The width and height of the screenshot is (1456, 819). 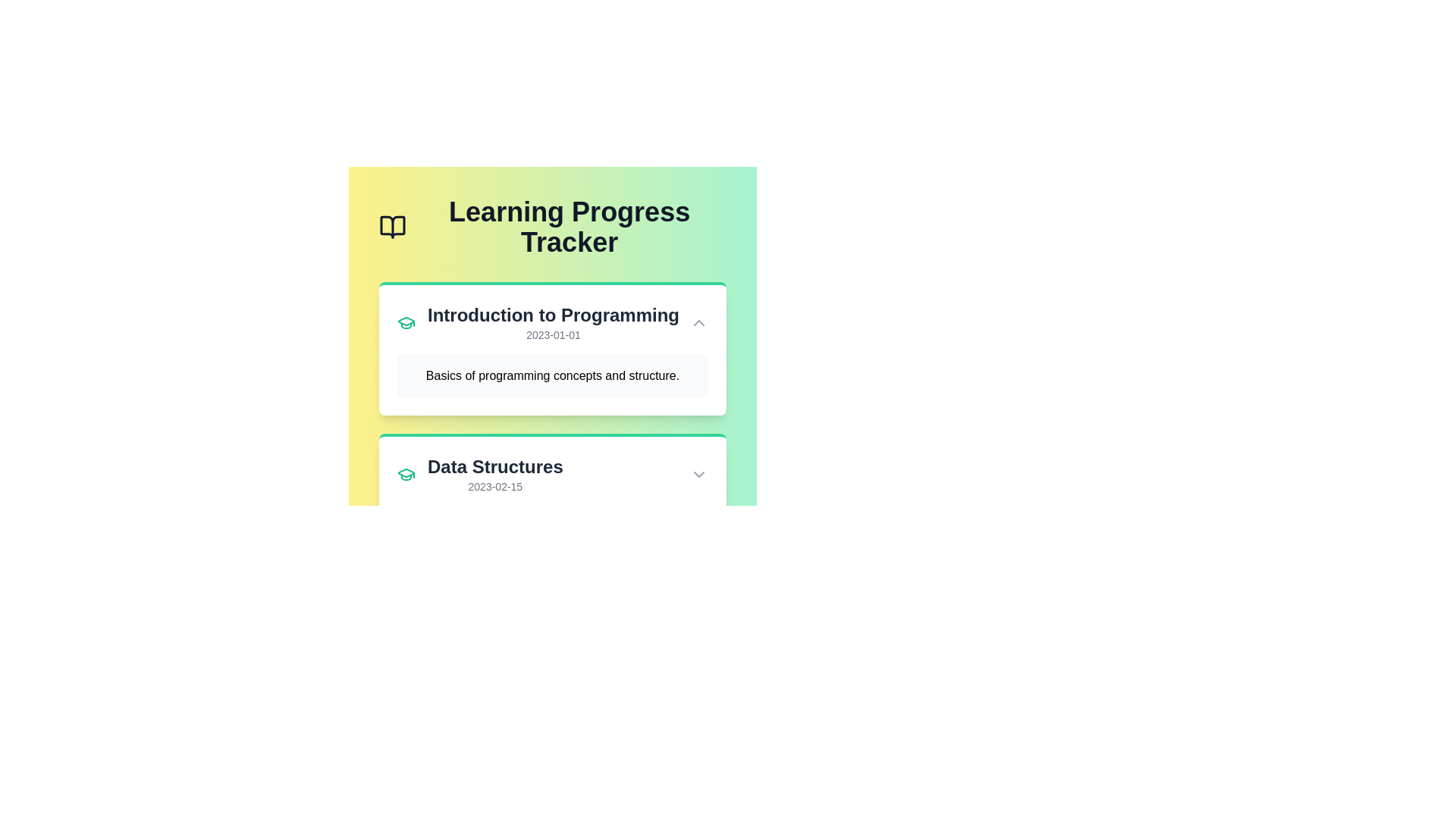 I want to click on the green graduation cap icon associated with the 'Data Structures' module in the 'Learning Progress Tracker' section, so click(x=479, y=473).